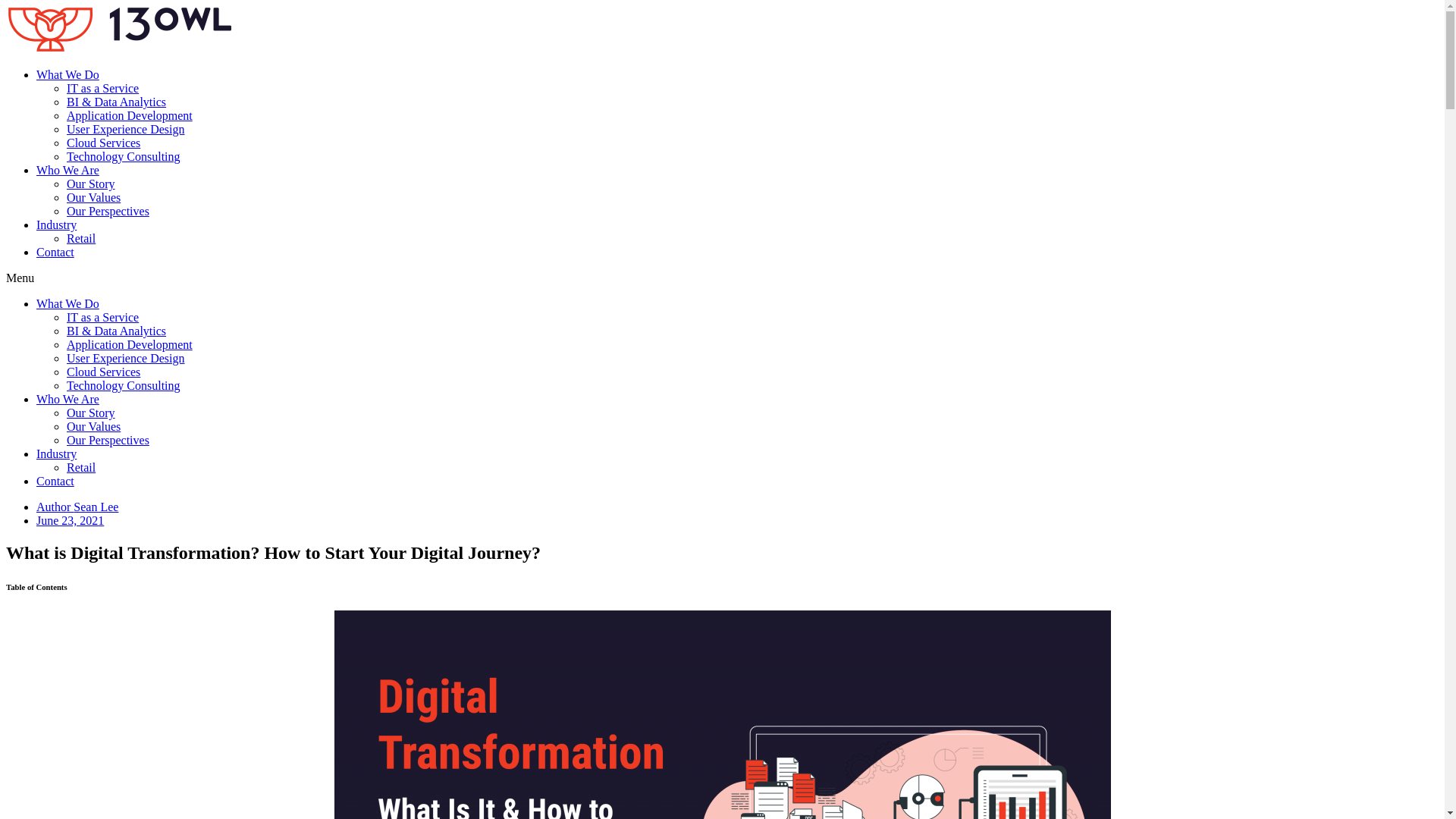  What do you see at coordinates (55, 481) in the screenshot?
I see `'Contact'` at bounding box center [55, 481].